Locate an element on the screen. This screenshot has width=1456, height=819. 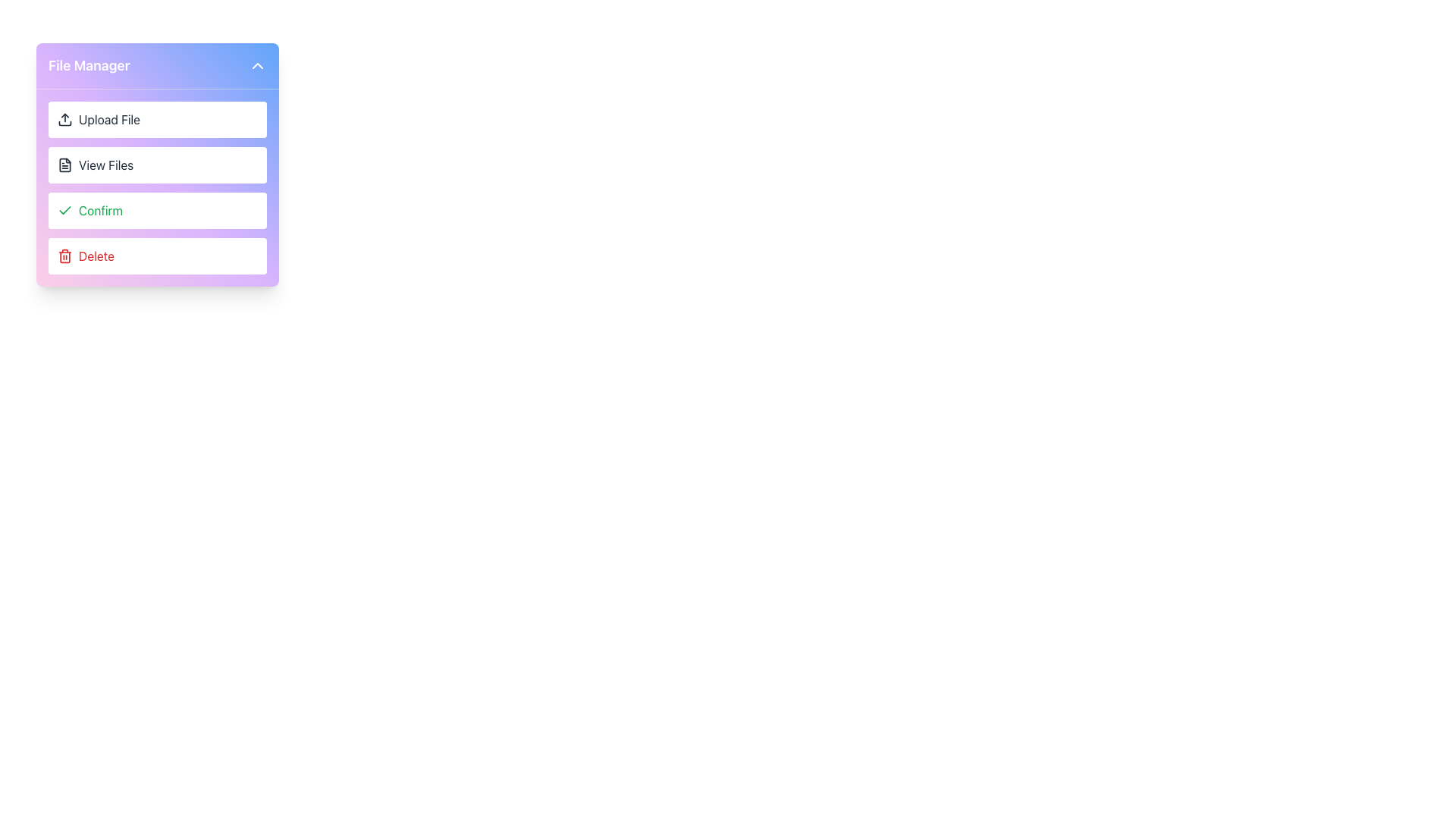
the 'Delete' button with red text and a trash icon located at the bottom of the vertical list in the 'File Manager' panel to initiate deletion is located at coordinates (157, 256).